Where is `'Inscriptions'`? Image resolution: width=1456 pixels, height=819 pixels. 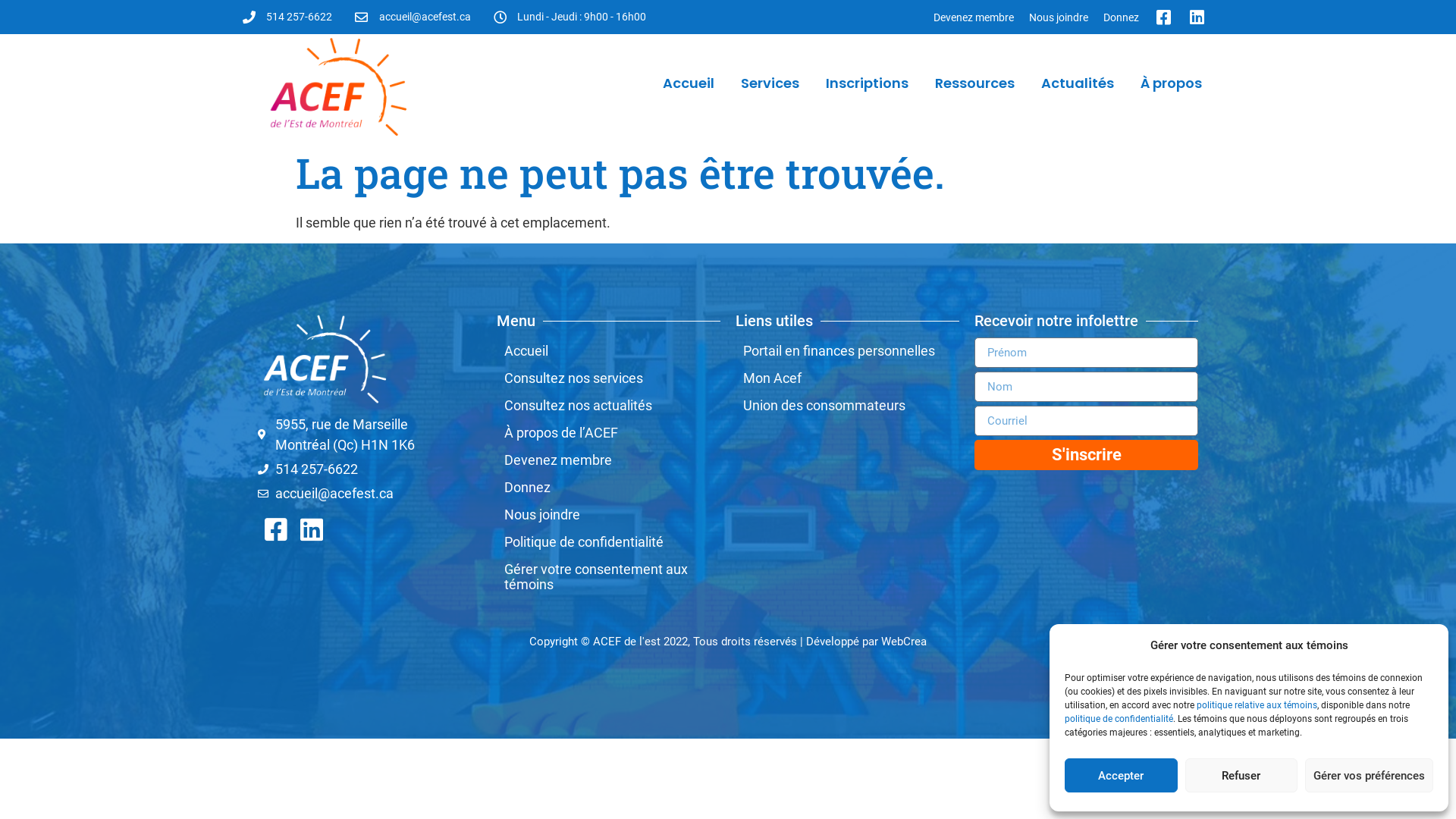
'Inscriptions' is located at coordinates (867, 83).